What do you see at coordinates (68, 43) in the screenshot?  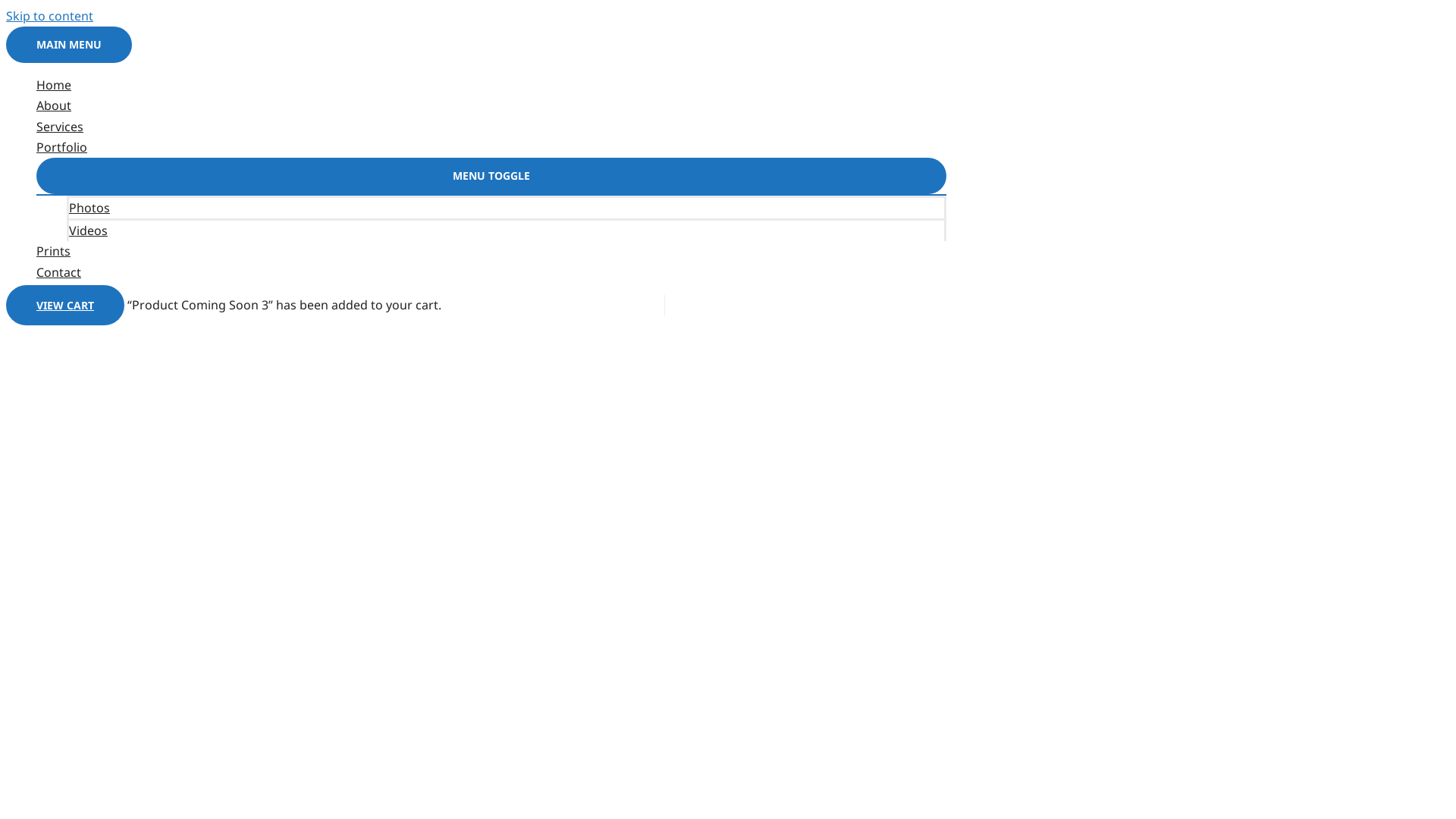 I see `'MAIN MENU'` at bounding box center [68, 43].